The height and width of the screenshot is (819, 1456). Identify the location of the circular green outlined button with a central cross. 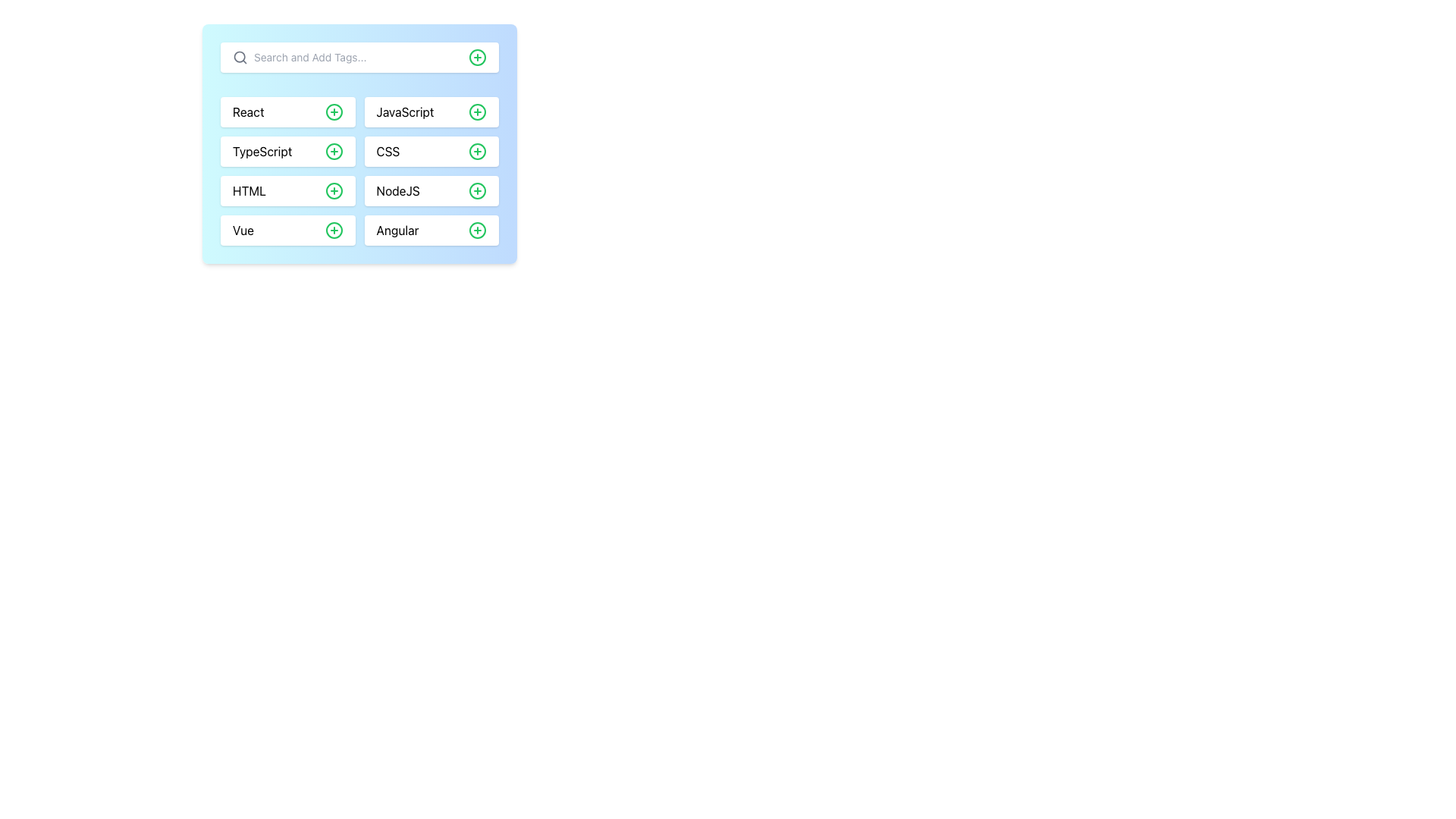
(333, 190).